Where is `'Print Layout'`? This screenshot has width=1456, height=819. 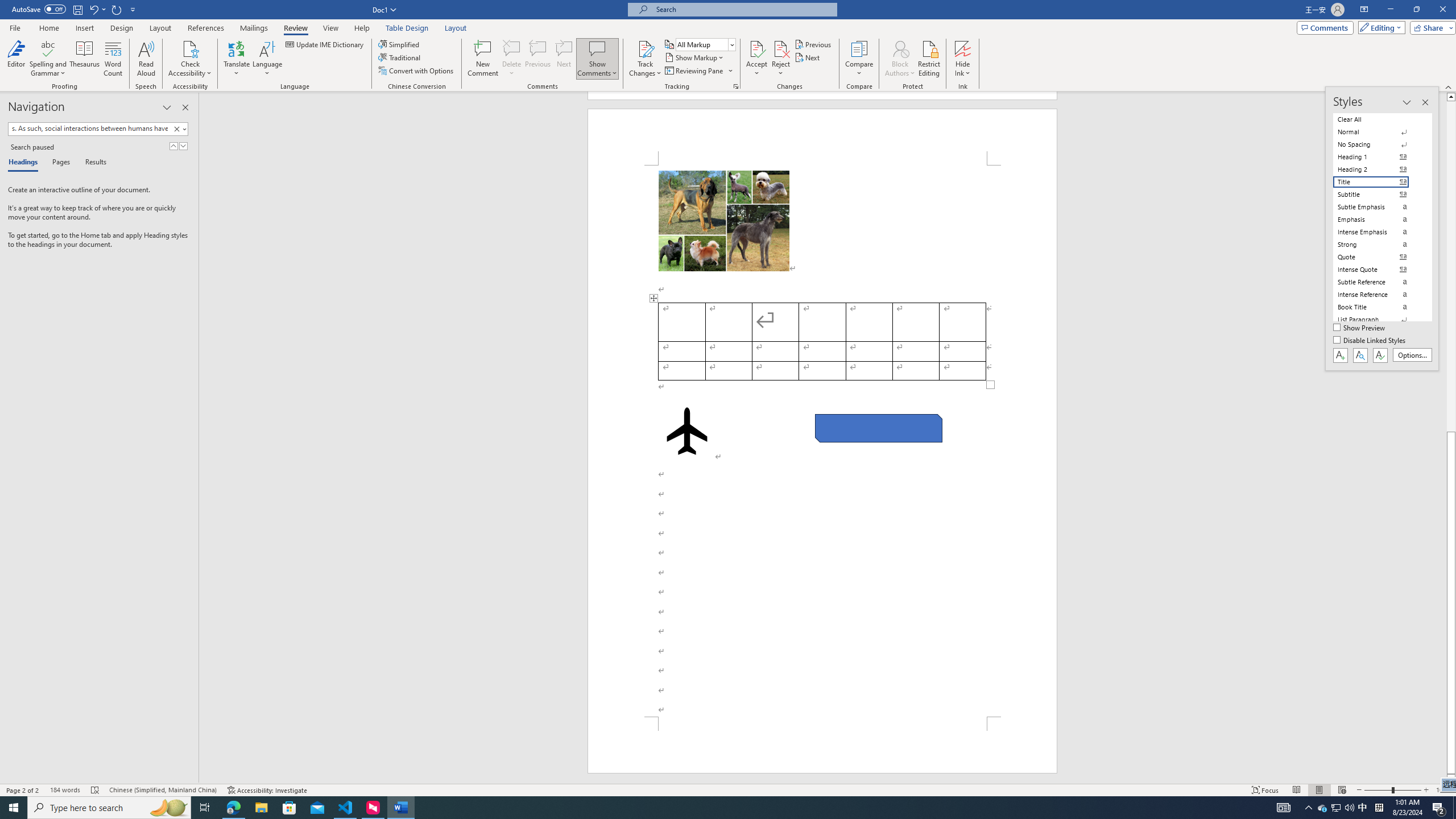
'Print Layout' is located at coordinates (1319, 790).